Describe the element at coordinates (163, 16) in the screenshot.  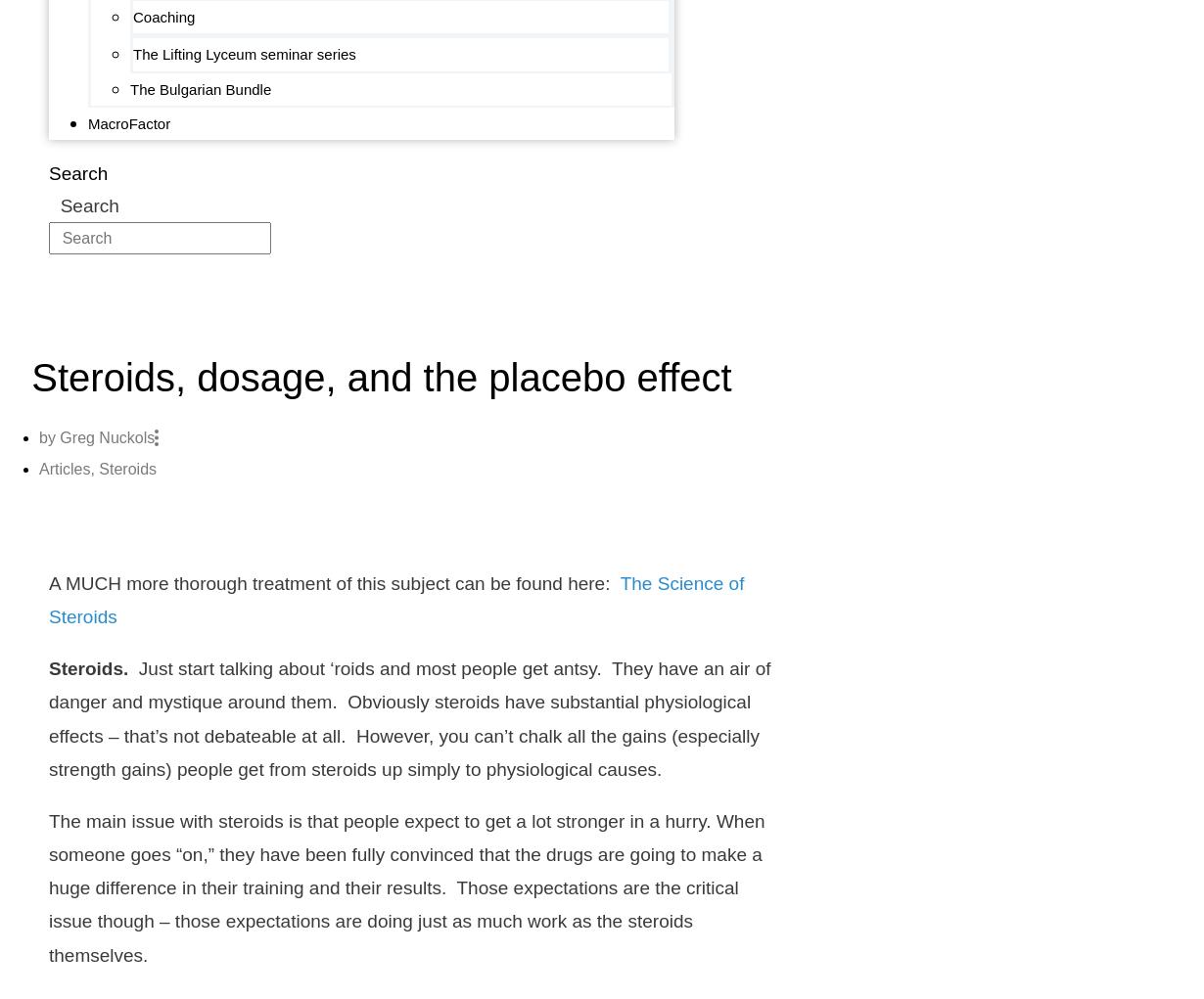
I see `'Coaching'` at that location.